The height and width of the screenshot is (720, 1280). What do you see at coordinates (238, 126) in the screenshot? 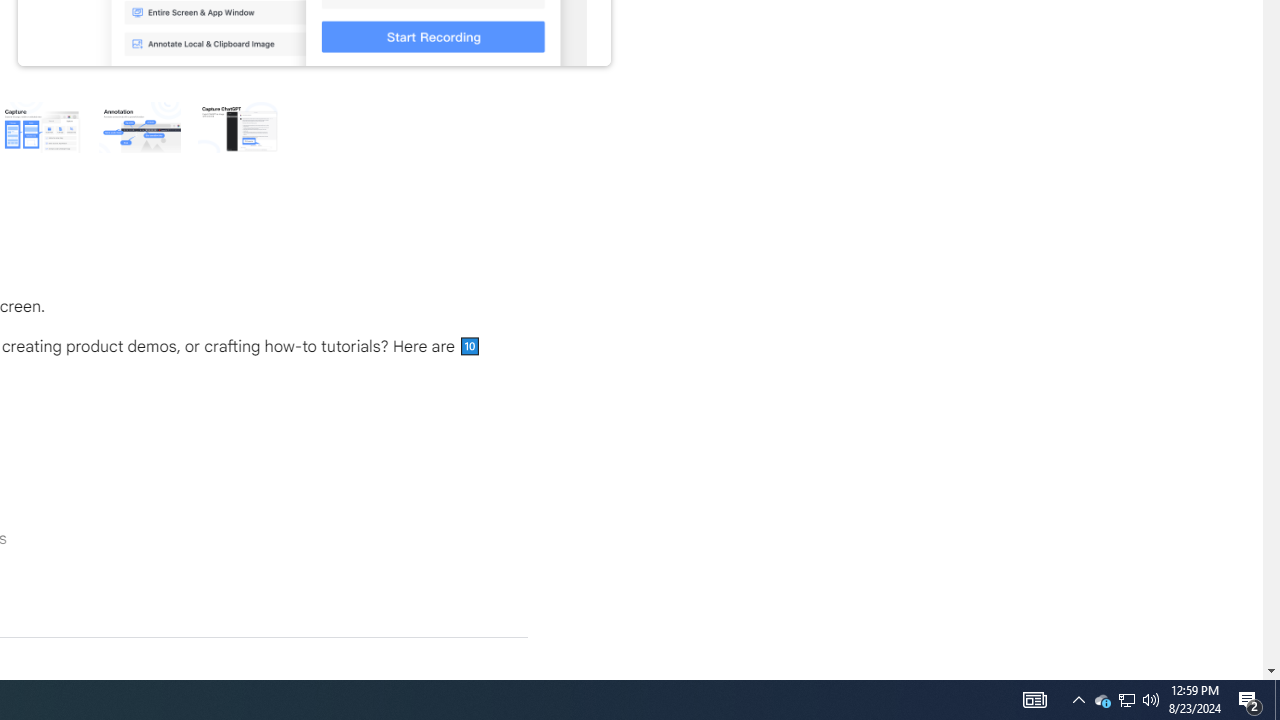
I see `'Preview slide 6'` at bounding box center [238, 126].